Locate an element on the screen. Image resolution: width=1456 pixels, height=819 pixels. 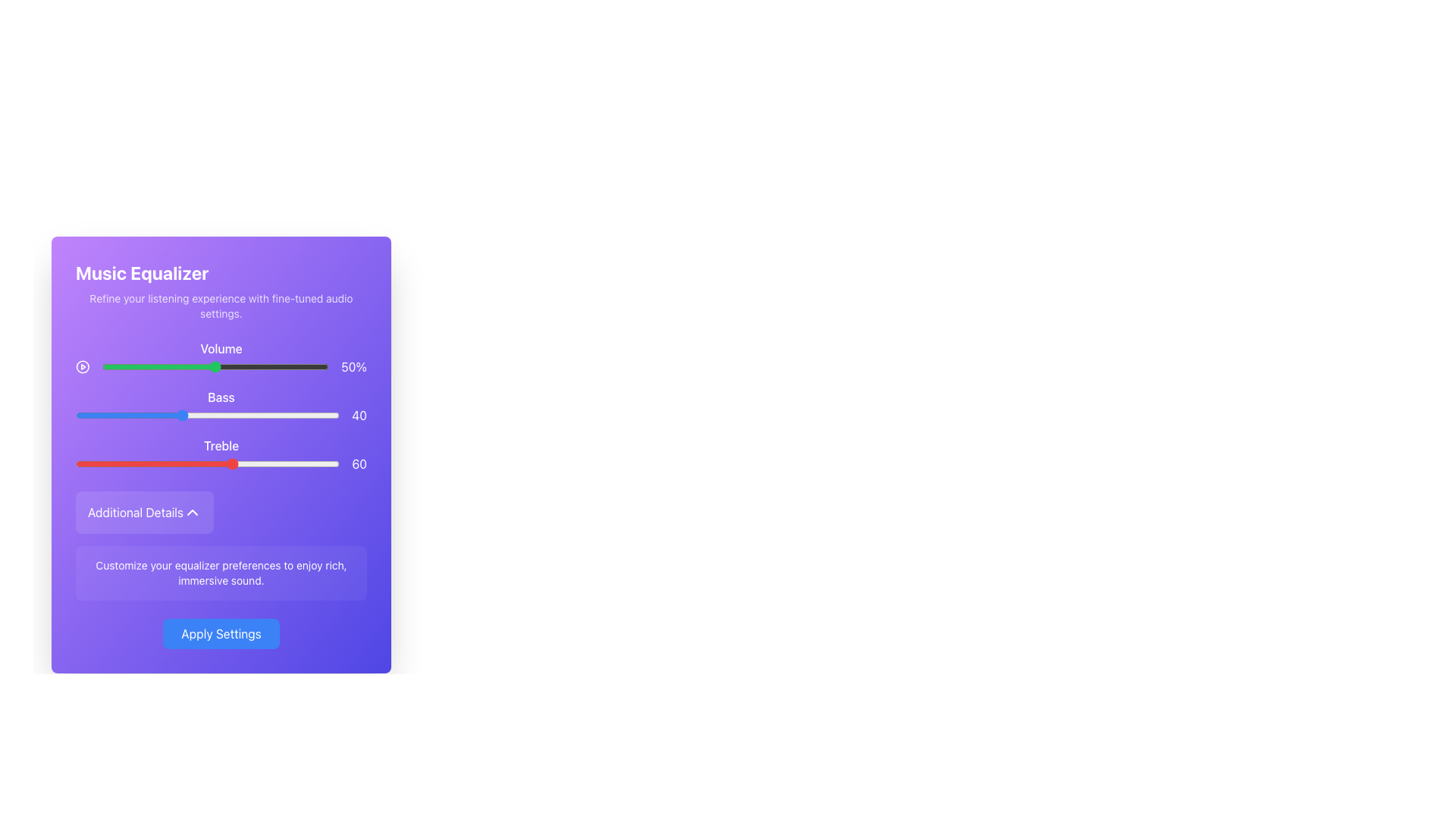
the Treble is located at coordinates (160, 463).